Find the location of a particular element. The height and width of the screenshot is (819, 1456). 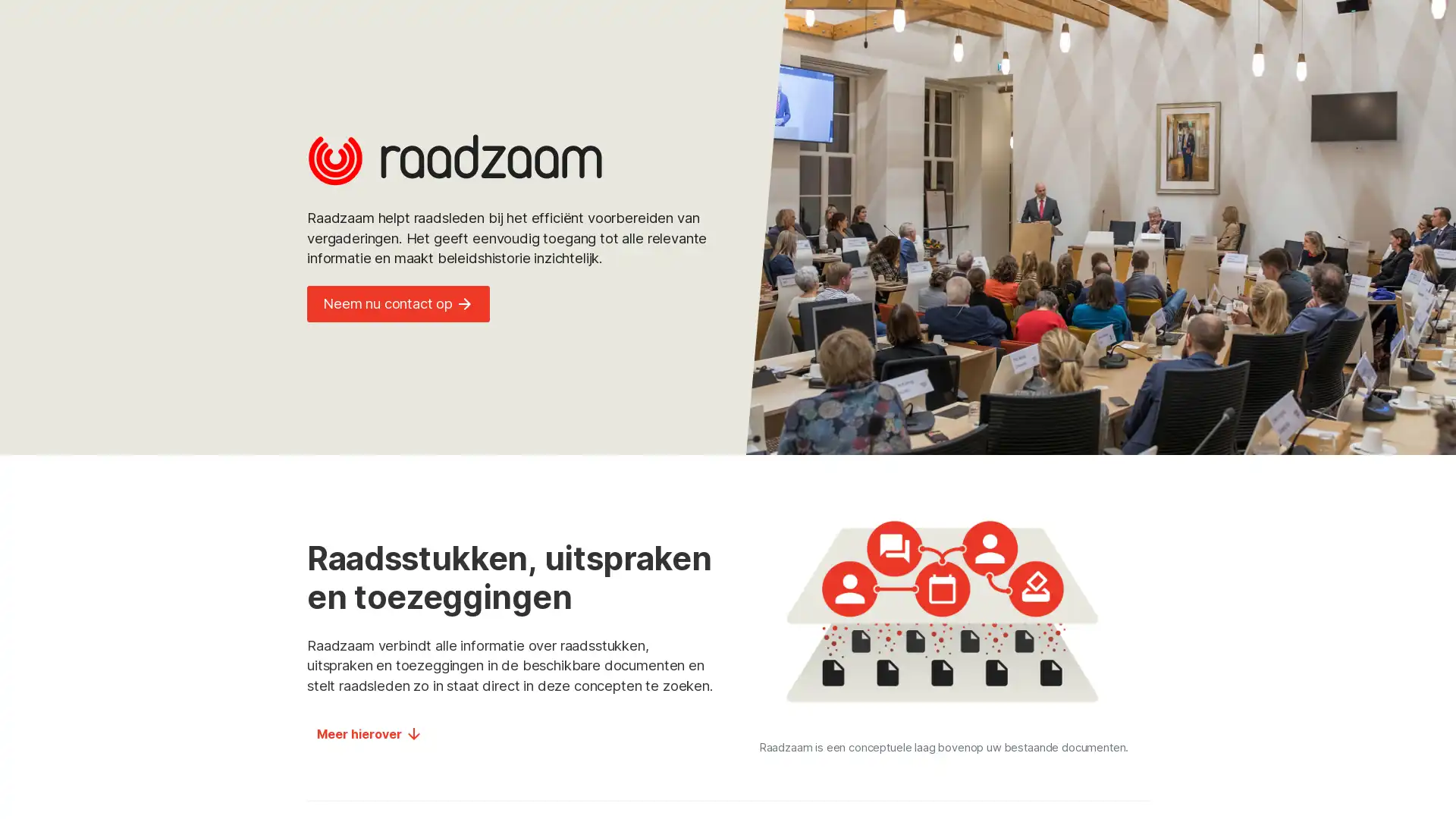

Meer hierover arrow_downwards is located at coordinates (370, 733).